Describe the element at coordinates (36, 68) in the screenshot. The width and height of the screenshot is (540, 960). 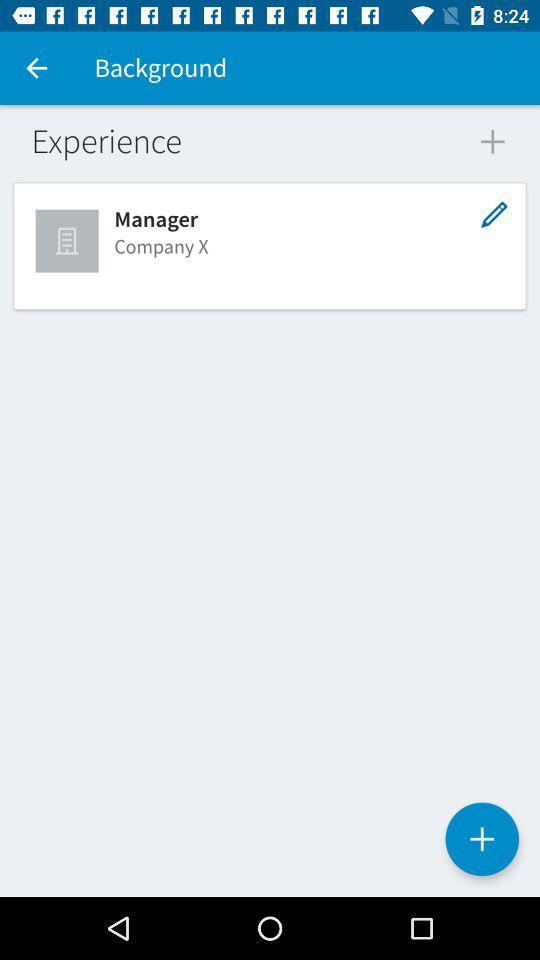
I see `the item next to the background icon` at that location.